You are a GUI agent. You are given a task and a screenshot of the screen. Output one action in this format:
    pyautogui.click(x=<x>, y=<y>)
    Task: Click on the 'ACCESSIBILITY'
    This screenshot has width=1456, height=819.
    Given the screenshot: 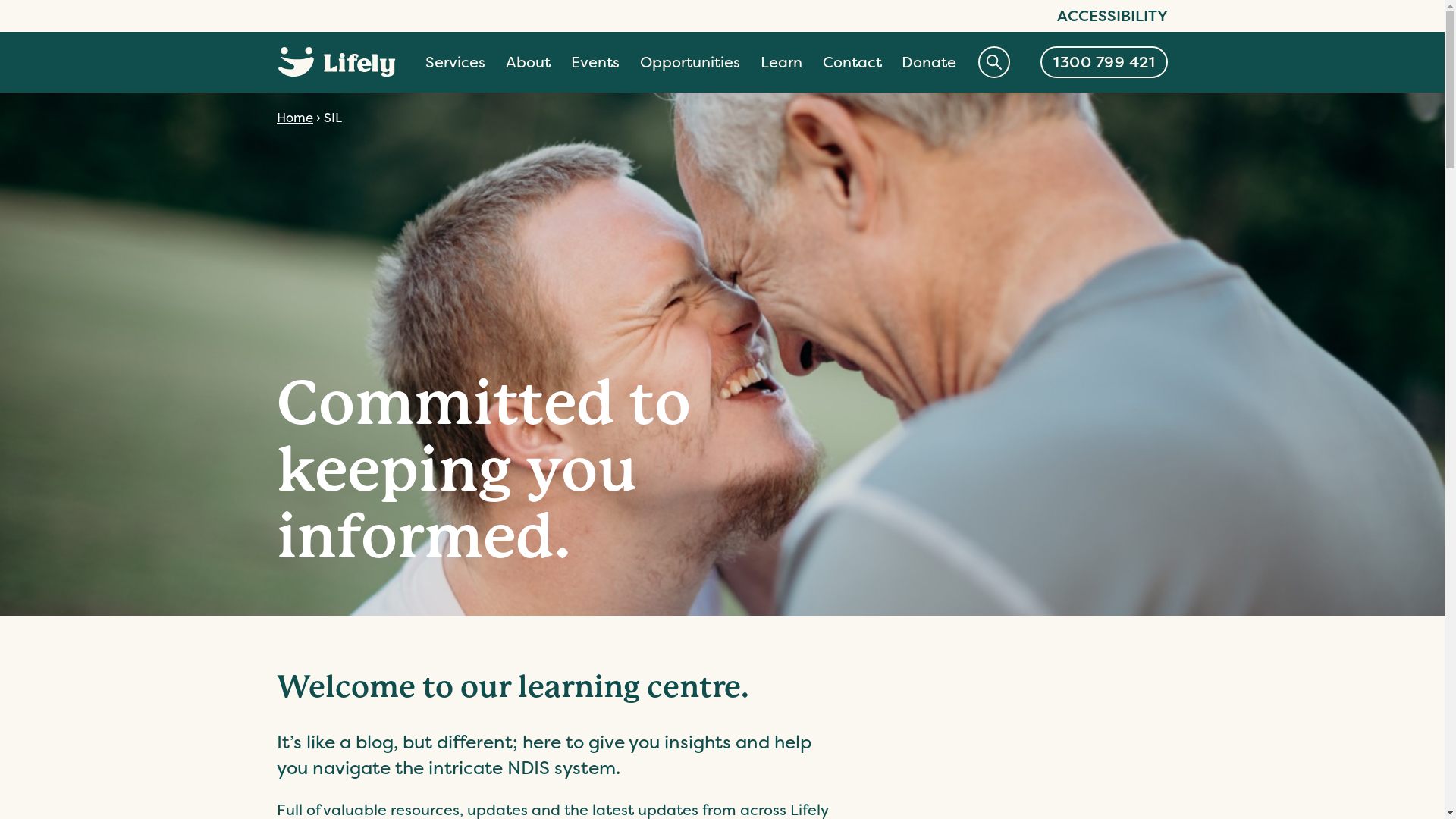 What is the action you would take?
    pyautogui.click(x=1112, y=15)
    